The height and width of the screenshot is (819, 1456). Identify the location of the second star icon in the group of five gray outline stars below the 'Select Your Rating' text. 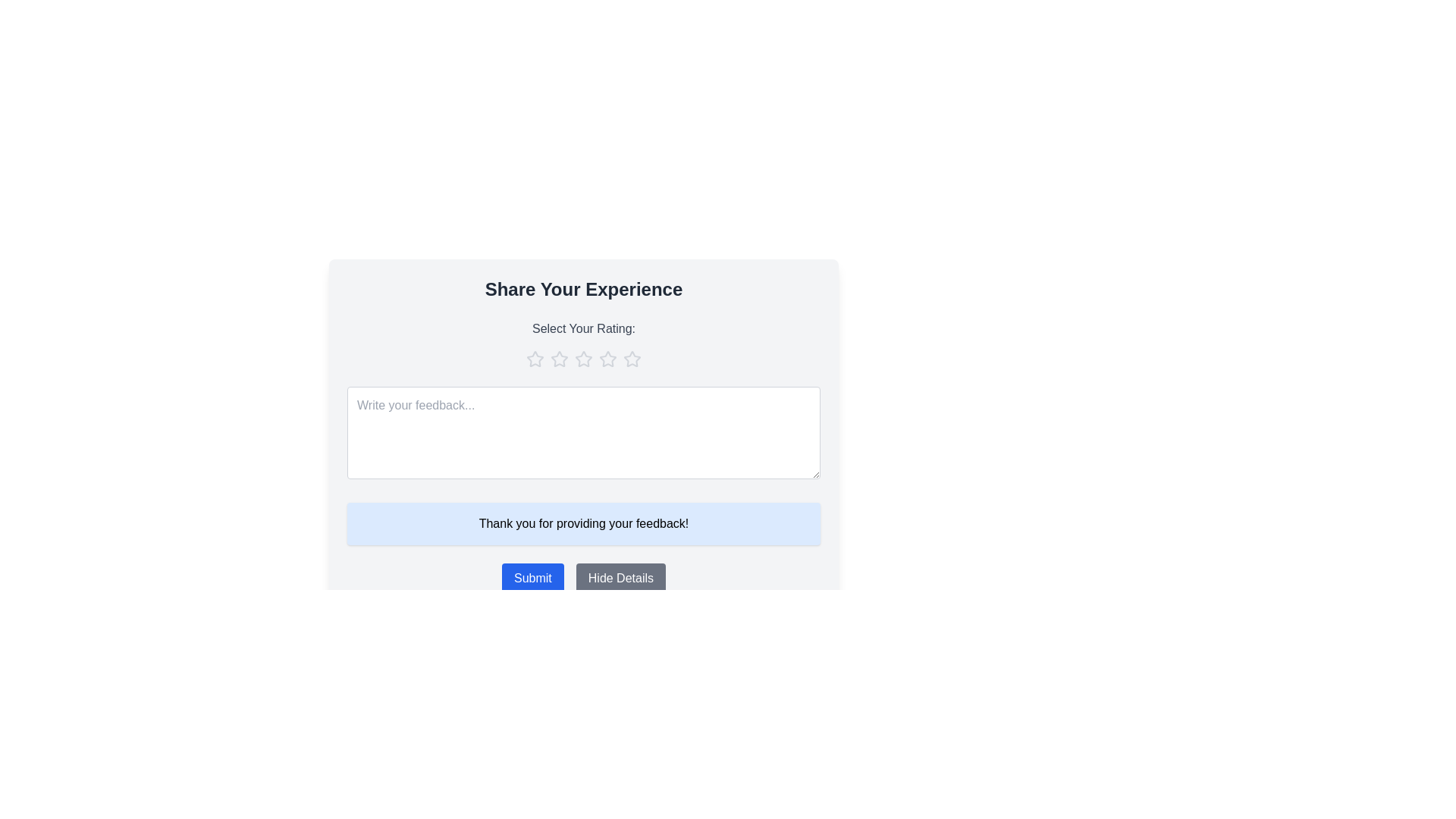
(559, 359).